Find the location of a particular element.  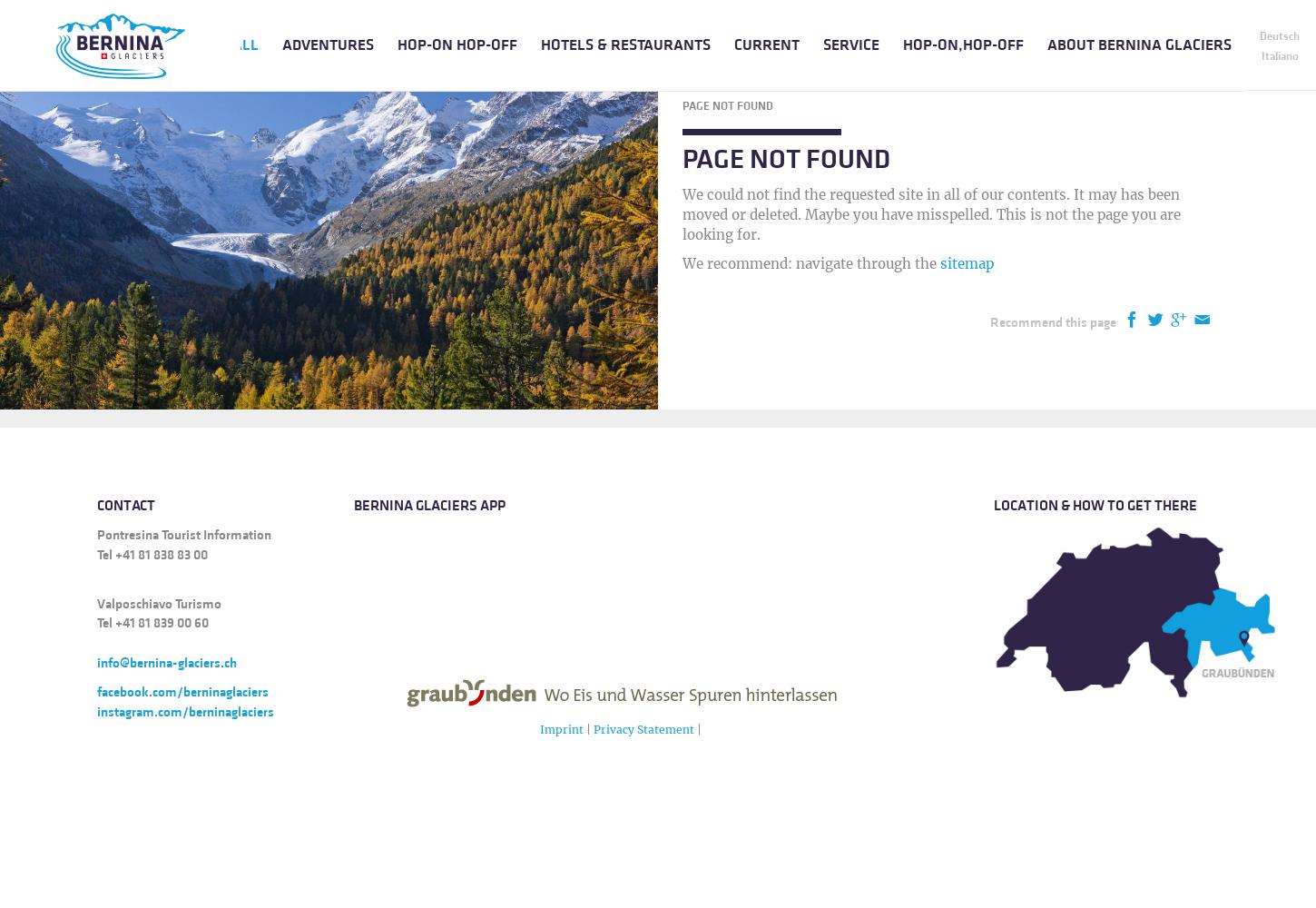

'Tel +41 81 838 83 00' is located at coordinates (152, 553).